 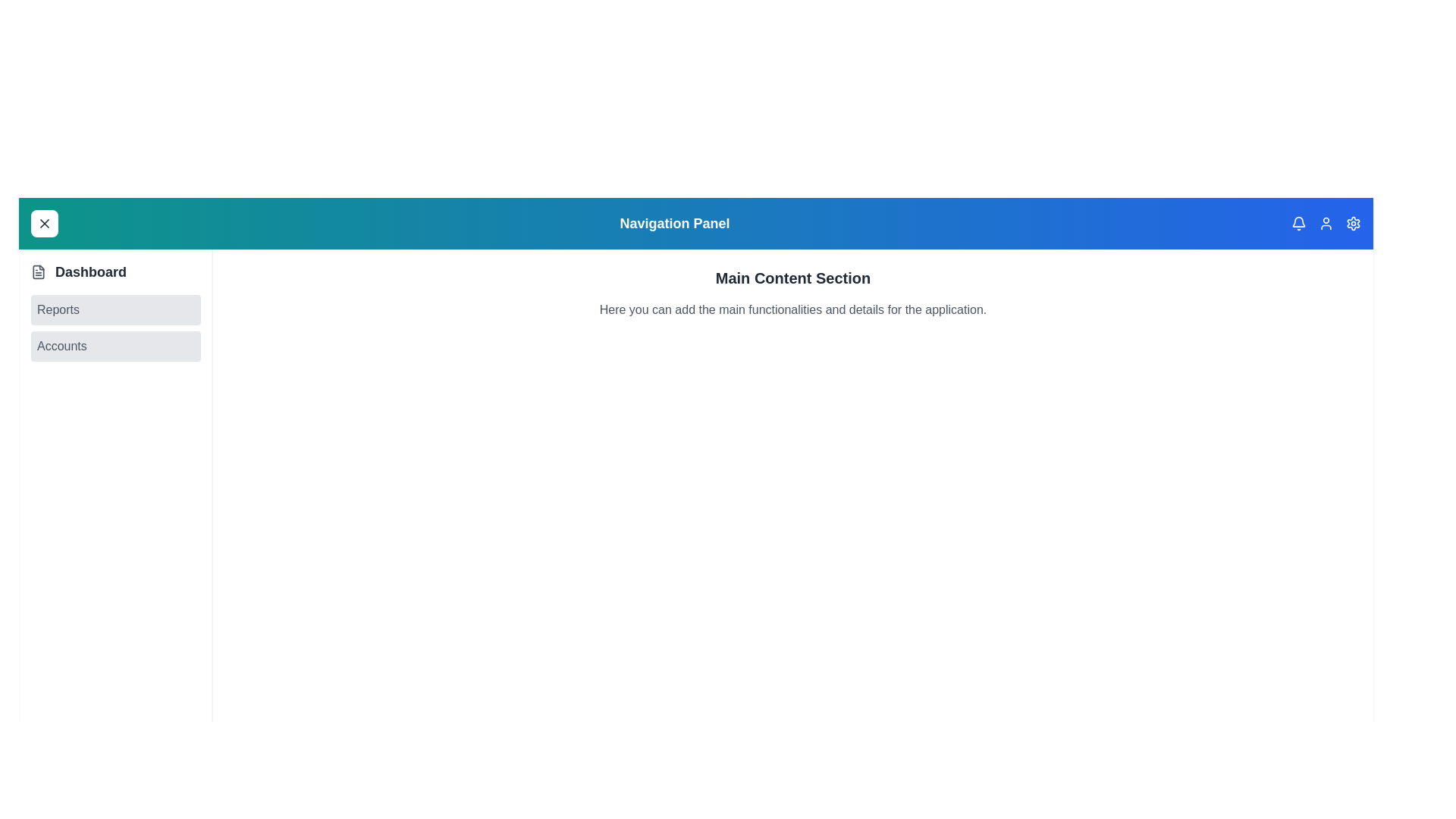 What do you see at coordinates (44, 223) in the screenshot?
I see `the close button located in the top left corner of the navigation bar, which is styled with a gradient from teal to blue` at bounding box center [44, 223].